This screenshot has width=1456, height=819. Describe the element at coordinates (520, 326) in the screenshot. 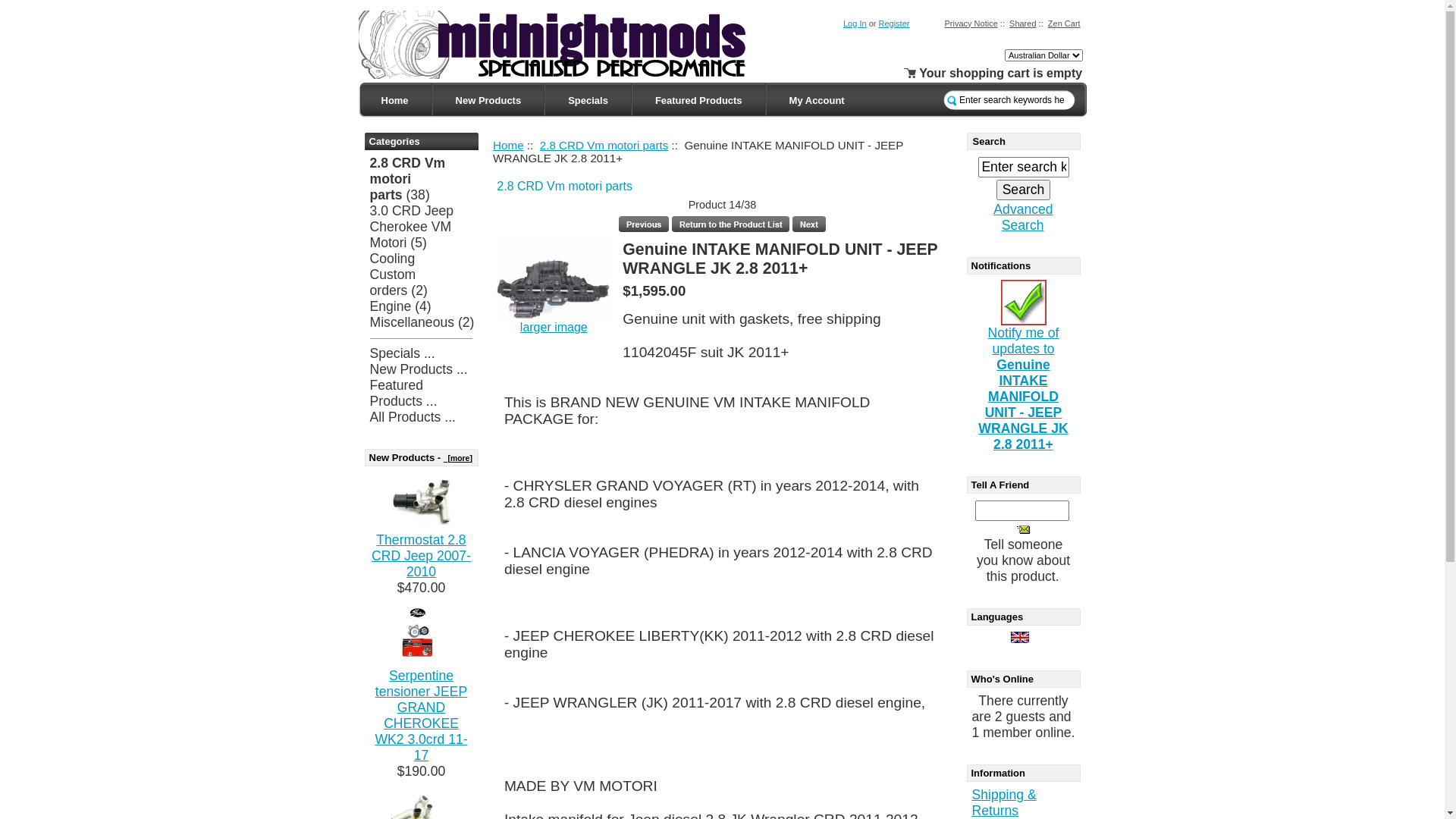

I see `'larger image'` at that location.